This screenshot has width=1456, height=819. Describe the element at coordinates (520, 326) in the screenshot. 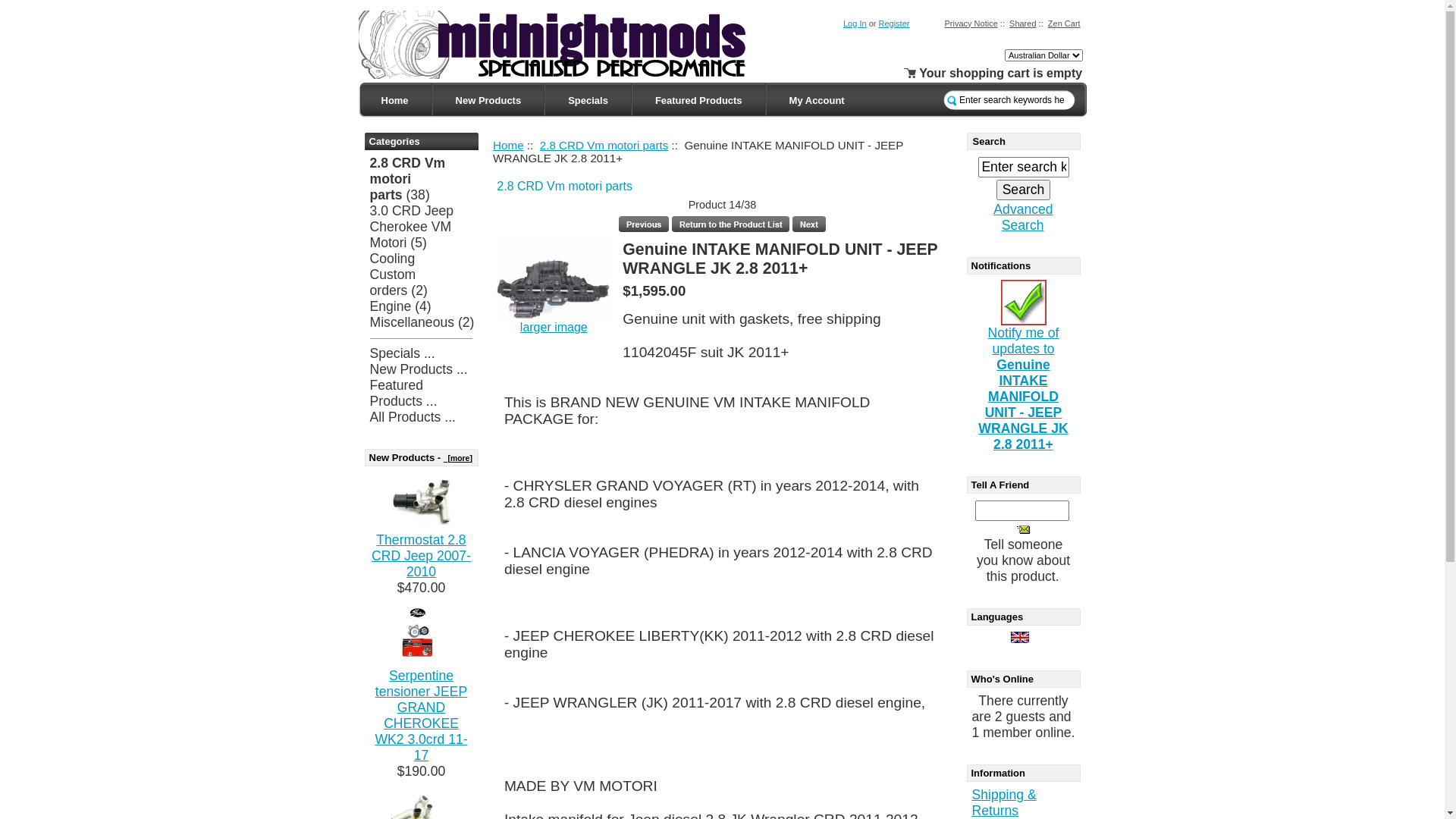

I see `'larger image'` at that location.